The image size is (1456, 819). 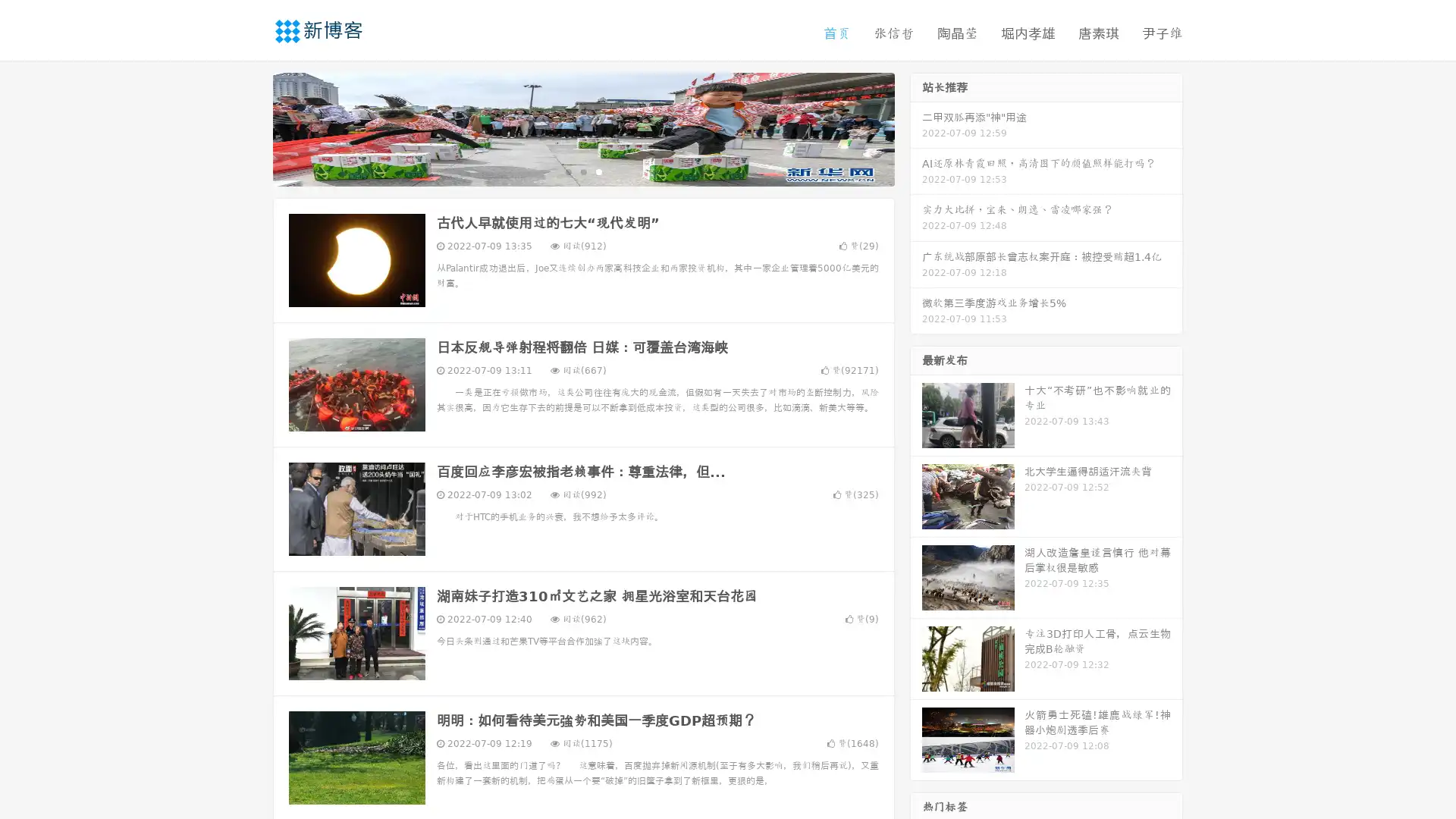 What do you see at coordinates (567, 171) in the screenshot?
I see `Go to slide 1` at bounding box center [567, 171].